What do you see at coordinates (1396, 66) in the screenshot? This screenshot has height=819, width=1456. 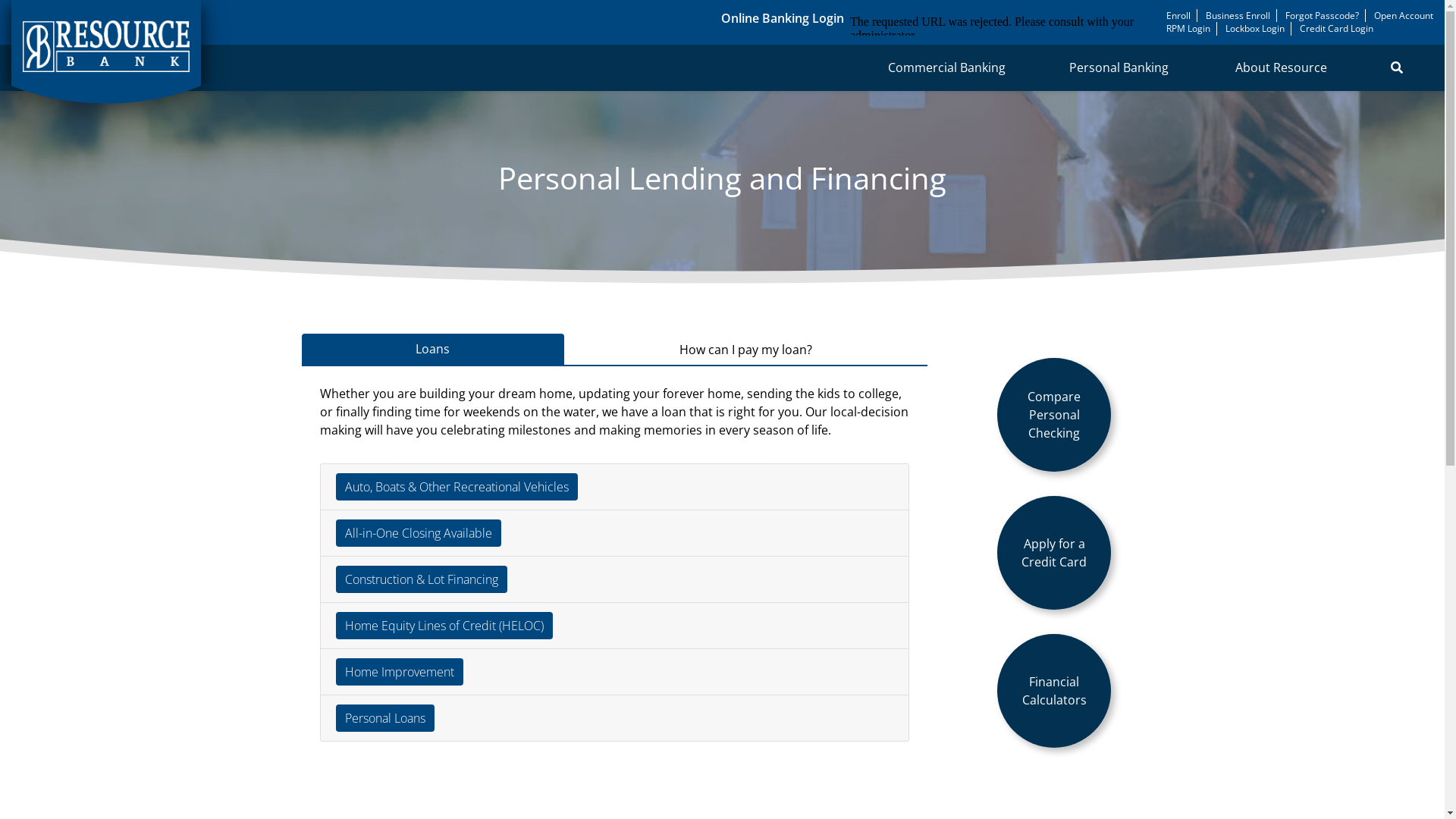 I see `'Search'` at bounding box center [1396, 66].